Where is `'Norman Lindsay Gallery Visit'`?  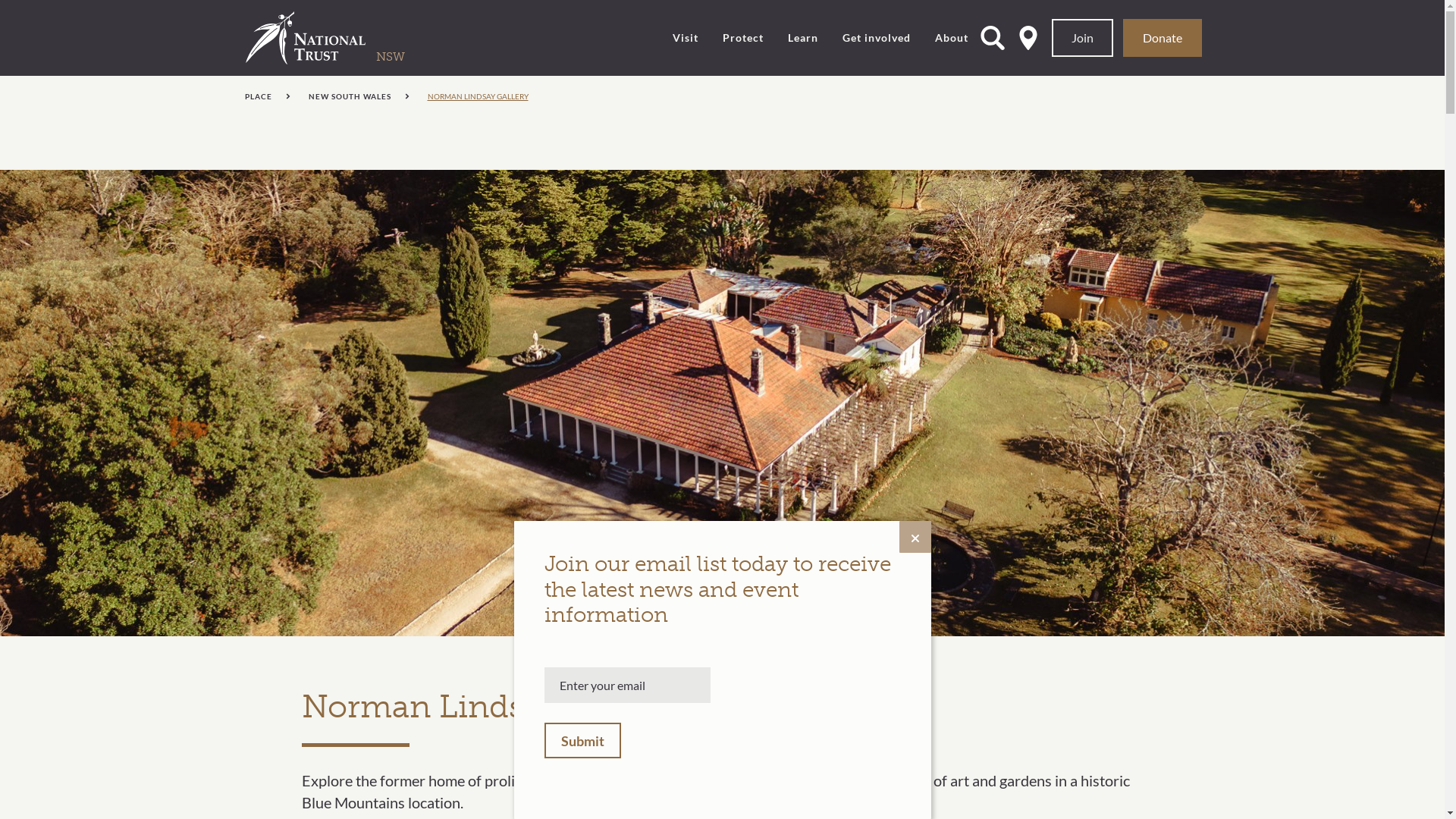
'Norman Lindsay Gallery Visit' is located at coordinates (721, 402).